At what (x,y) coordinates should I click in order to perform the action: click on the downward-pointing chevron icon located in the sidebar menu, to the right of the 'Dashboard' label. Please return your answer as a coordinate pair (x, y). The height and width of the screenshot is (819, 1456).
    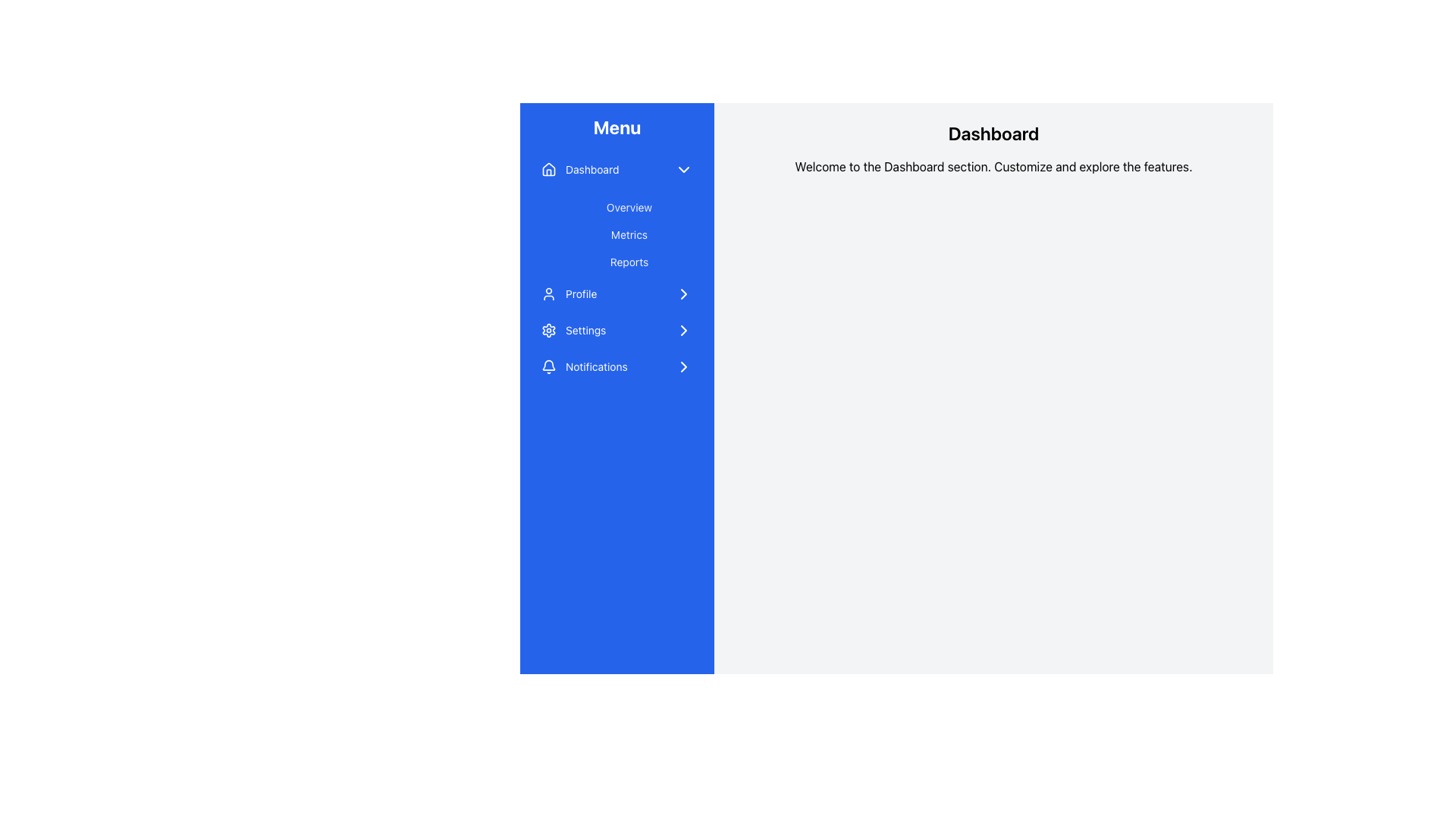
    Looking at the image, I should click on (683, 169).